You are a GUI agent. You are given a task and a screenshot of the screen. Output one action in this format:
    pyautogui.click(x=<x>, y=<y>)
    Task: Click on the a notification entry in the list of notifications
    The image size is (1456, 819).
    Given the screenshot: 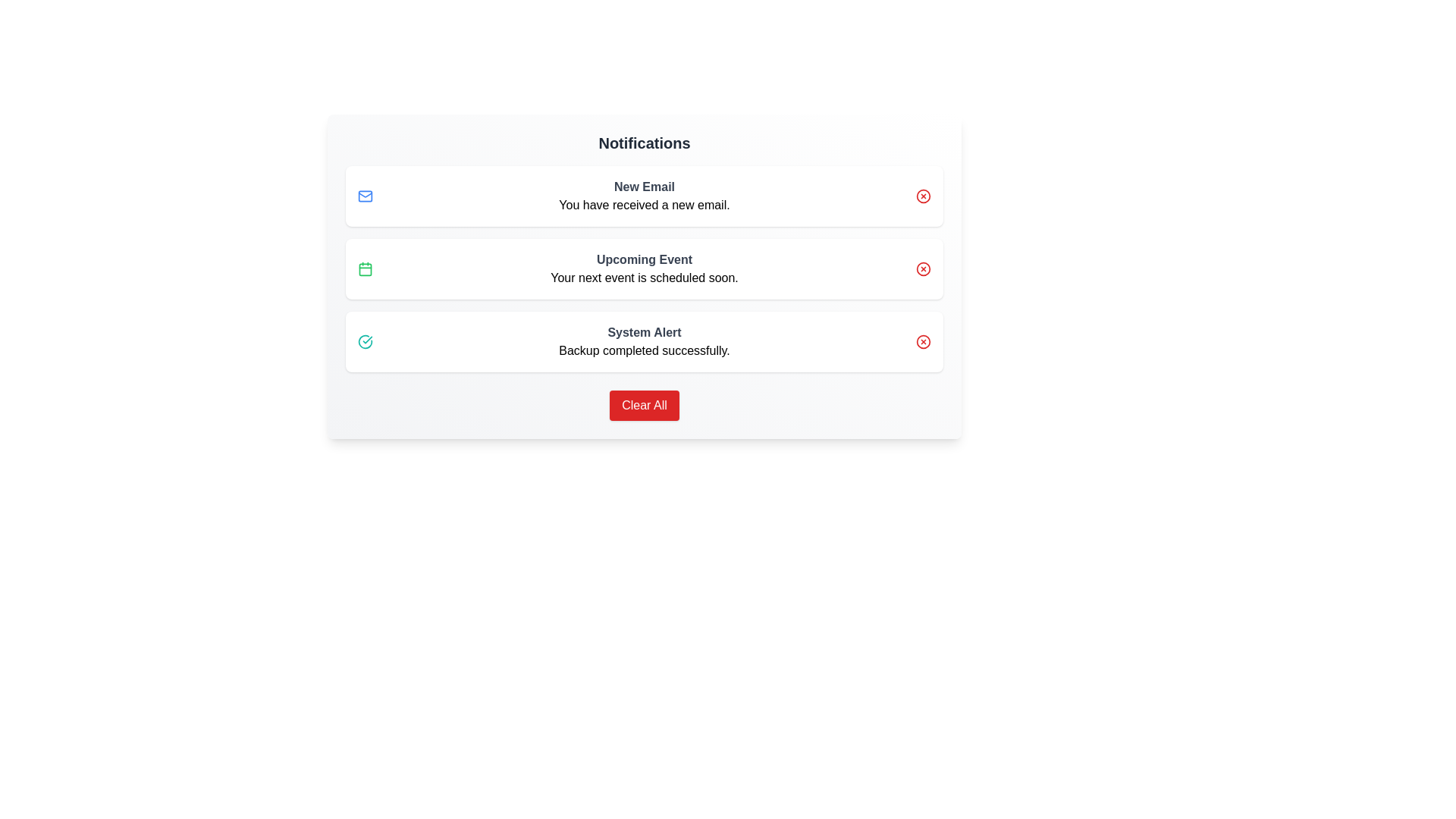 What is the action you would take?
    pyautogui.click(x=644, y=268)
    